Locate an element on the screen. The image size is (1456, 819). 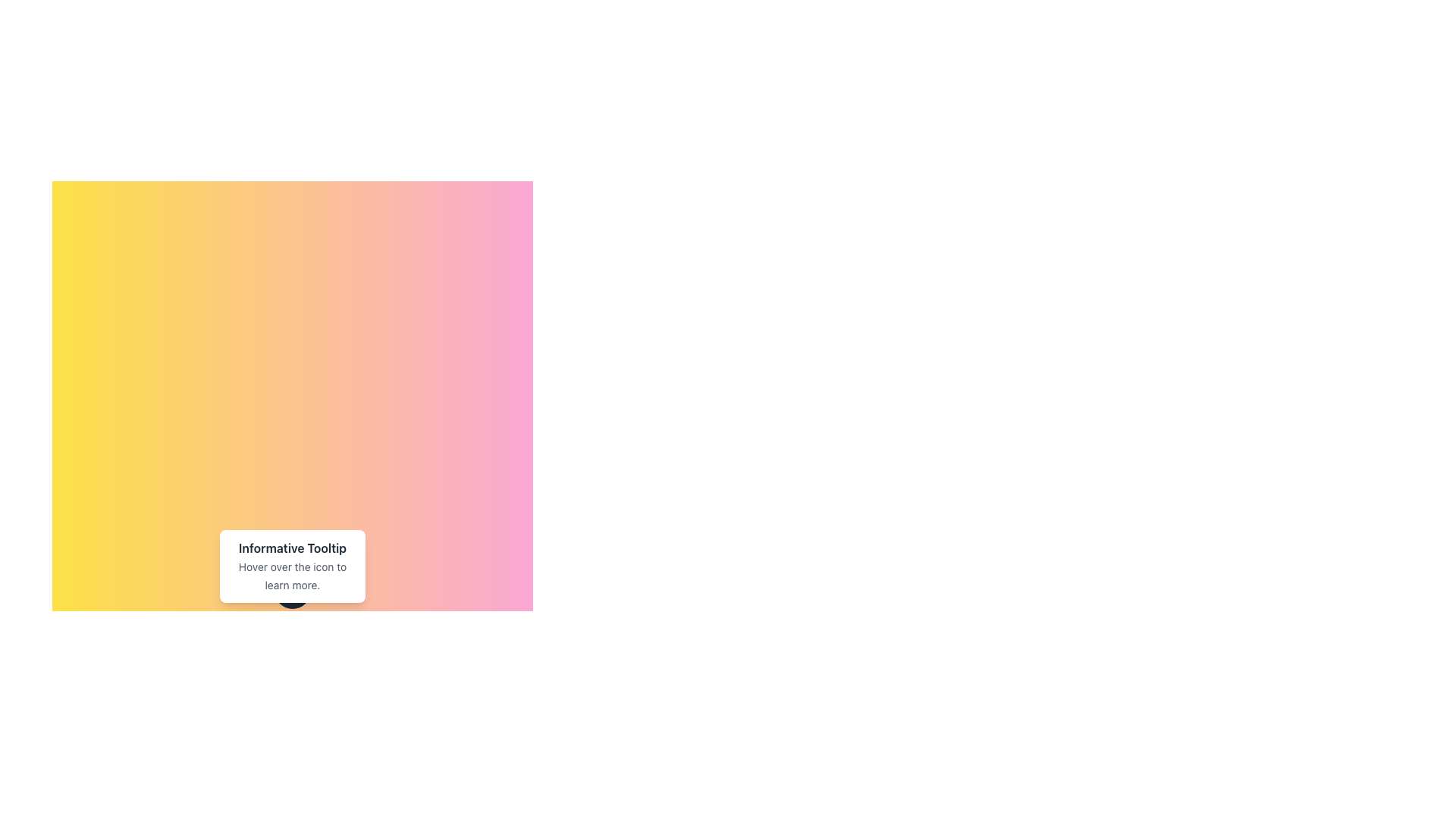
the tooltip that provides additional information about the interactive icon, which is visually located above the icon and centered horizontally with it is located at coordinates (292, 566).